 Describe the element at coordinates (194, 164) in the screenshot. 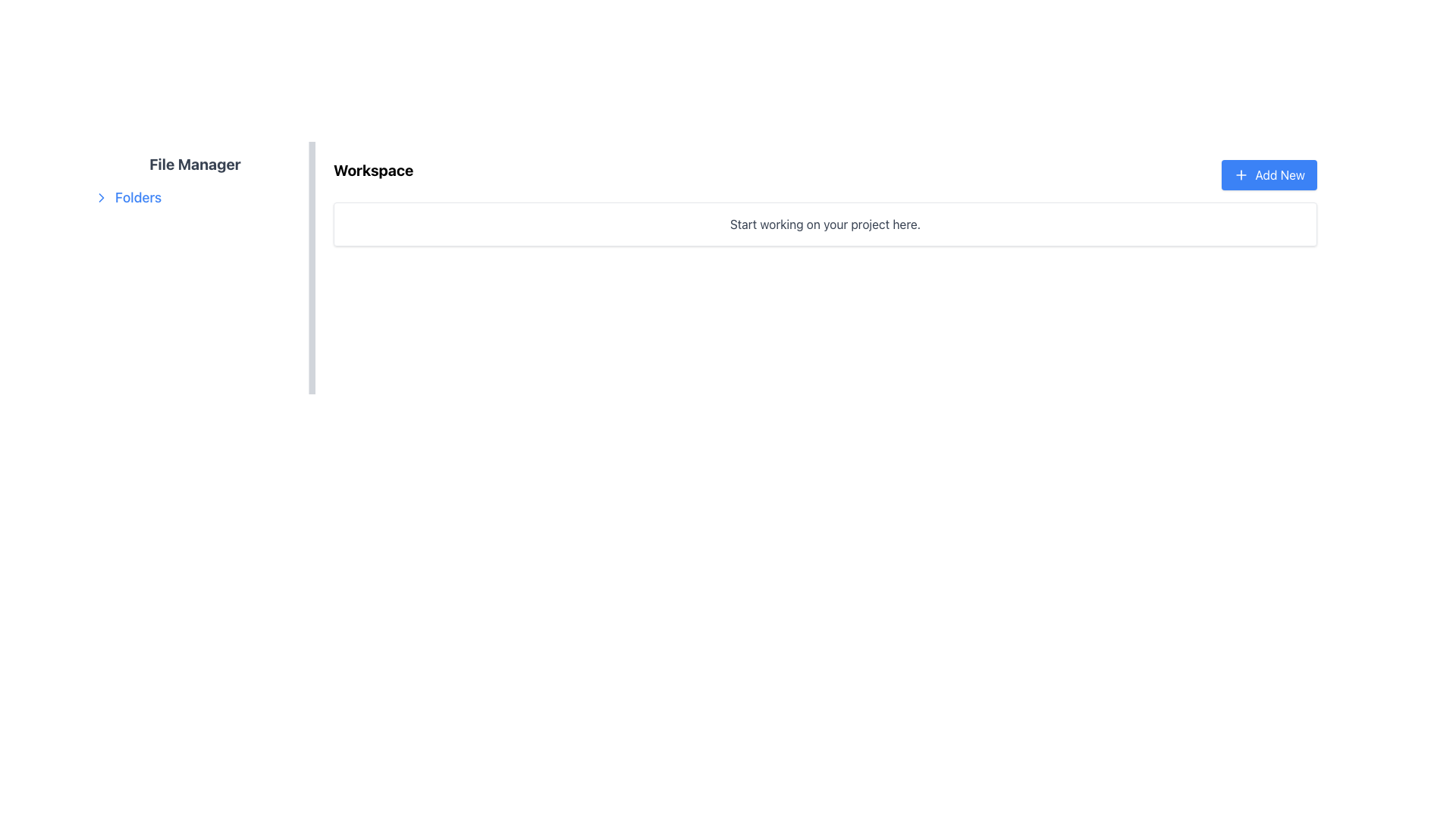

I see `the Text Label that serves as a header or title for the section, located in the top-left corner of the left-side navigation pane, above the 'Folders' elements` at that location.